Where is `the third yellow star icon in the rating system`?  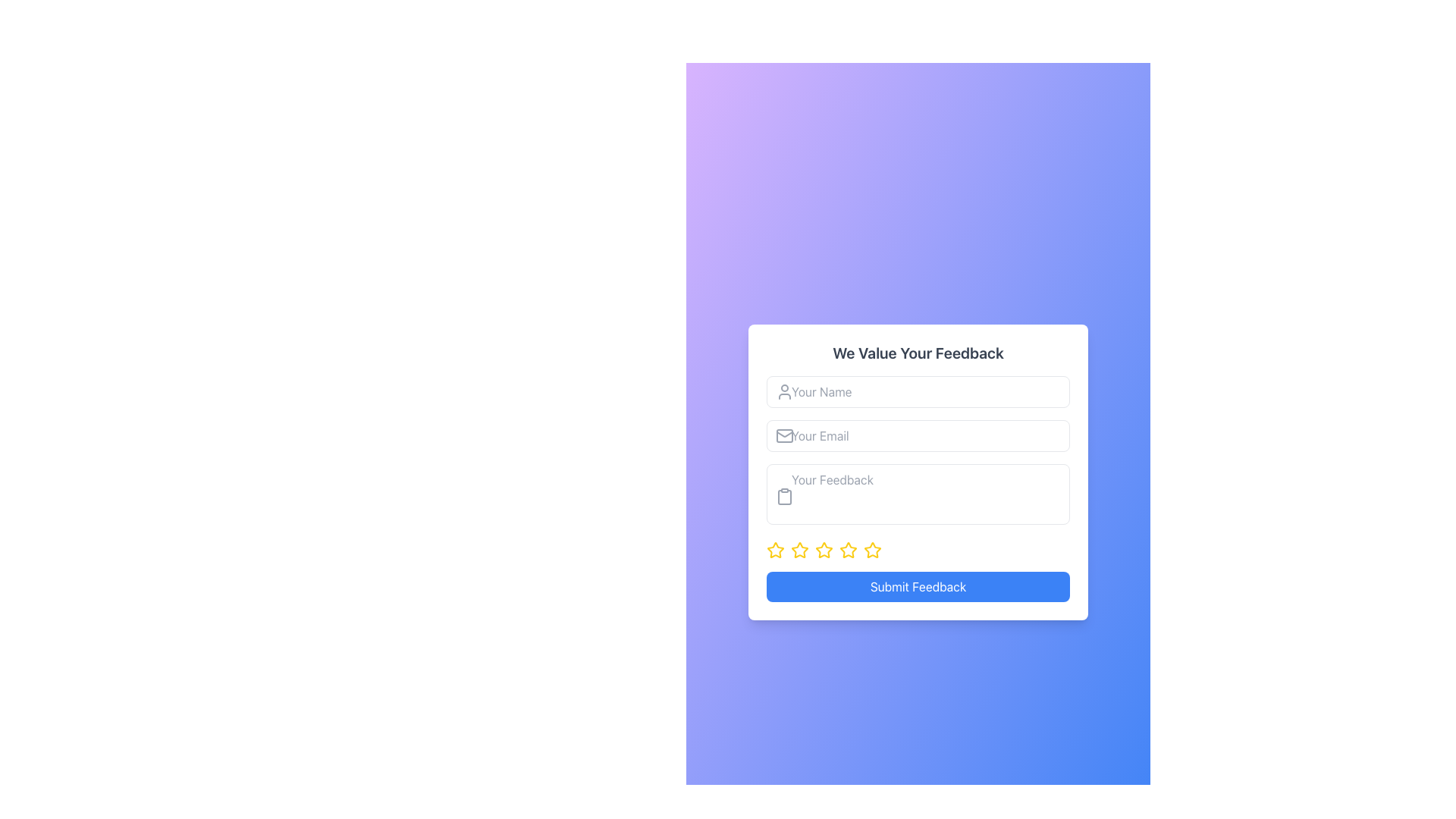 the third yellow star icon in the rating system is located at coordinates (799, 550).